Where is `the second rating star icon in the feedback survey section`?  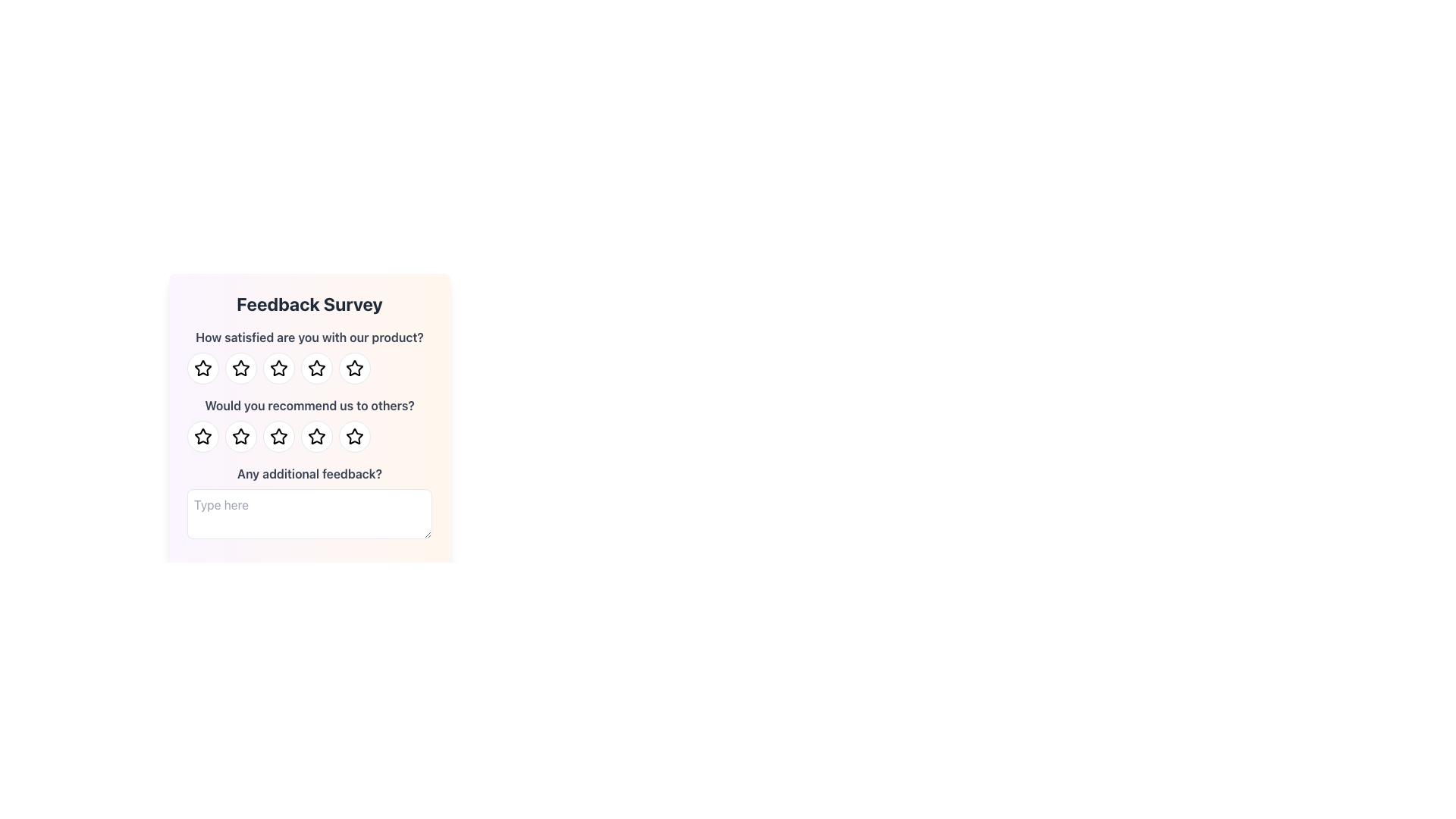 the second rating star icon in the feedback survey section is located at coordinates (240, 369).